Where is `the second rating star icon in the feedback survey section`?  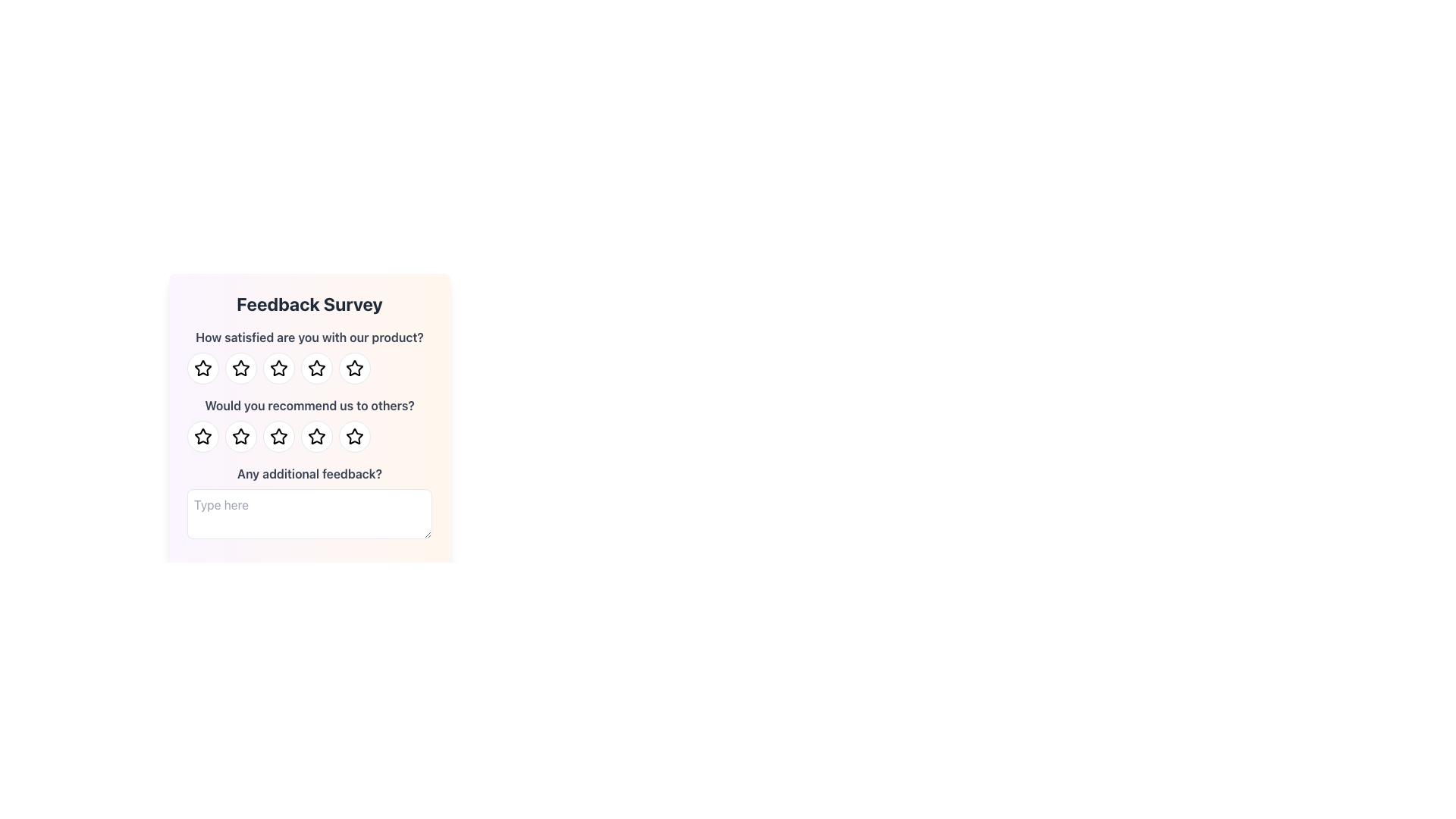 the second rating star icon in the feedback survey section is located at coordinates (240, 369).